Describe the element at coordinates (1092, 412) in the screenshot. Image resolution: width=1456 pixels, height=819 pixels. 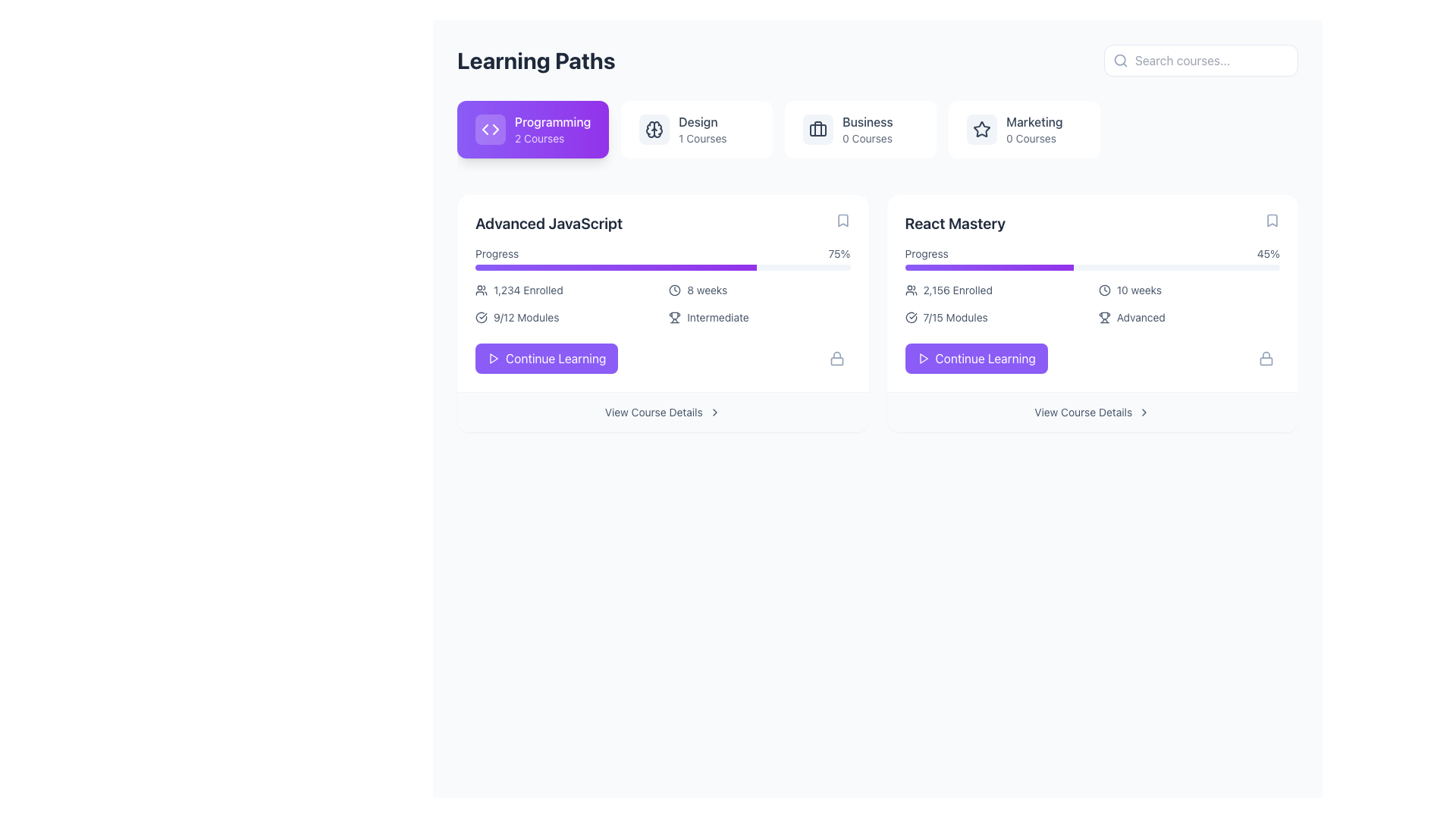
I see `the navigational button for the 'React Mastery' course` at that location.